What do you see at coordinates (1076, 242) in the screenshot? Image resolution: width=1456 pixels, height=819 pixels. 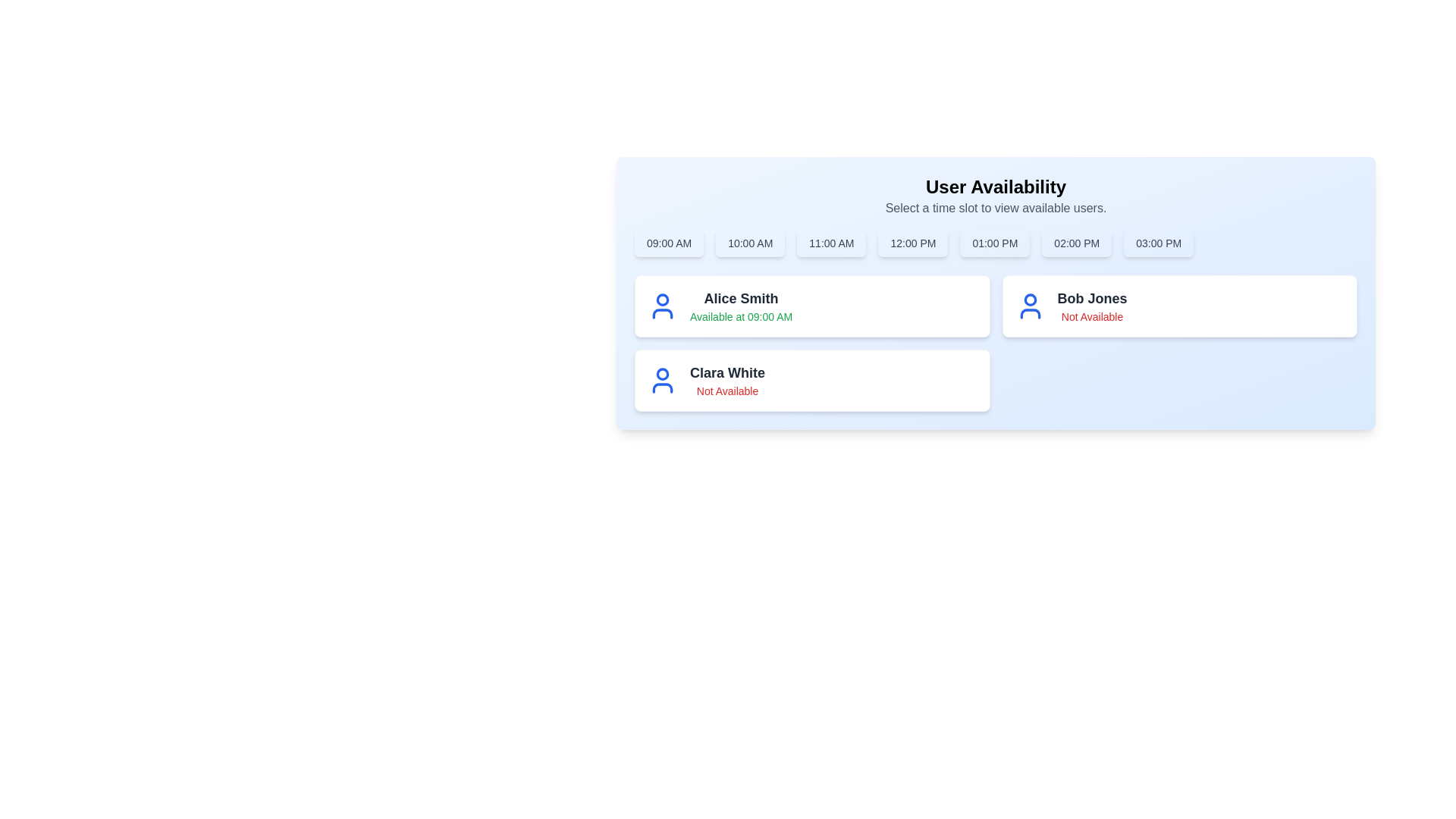 I see `the '02:00 PM' time selection button` at bounding box center [1076, 242].